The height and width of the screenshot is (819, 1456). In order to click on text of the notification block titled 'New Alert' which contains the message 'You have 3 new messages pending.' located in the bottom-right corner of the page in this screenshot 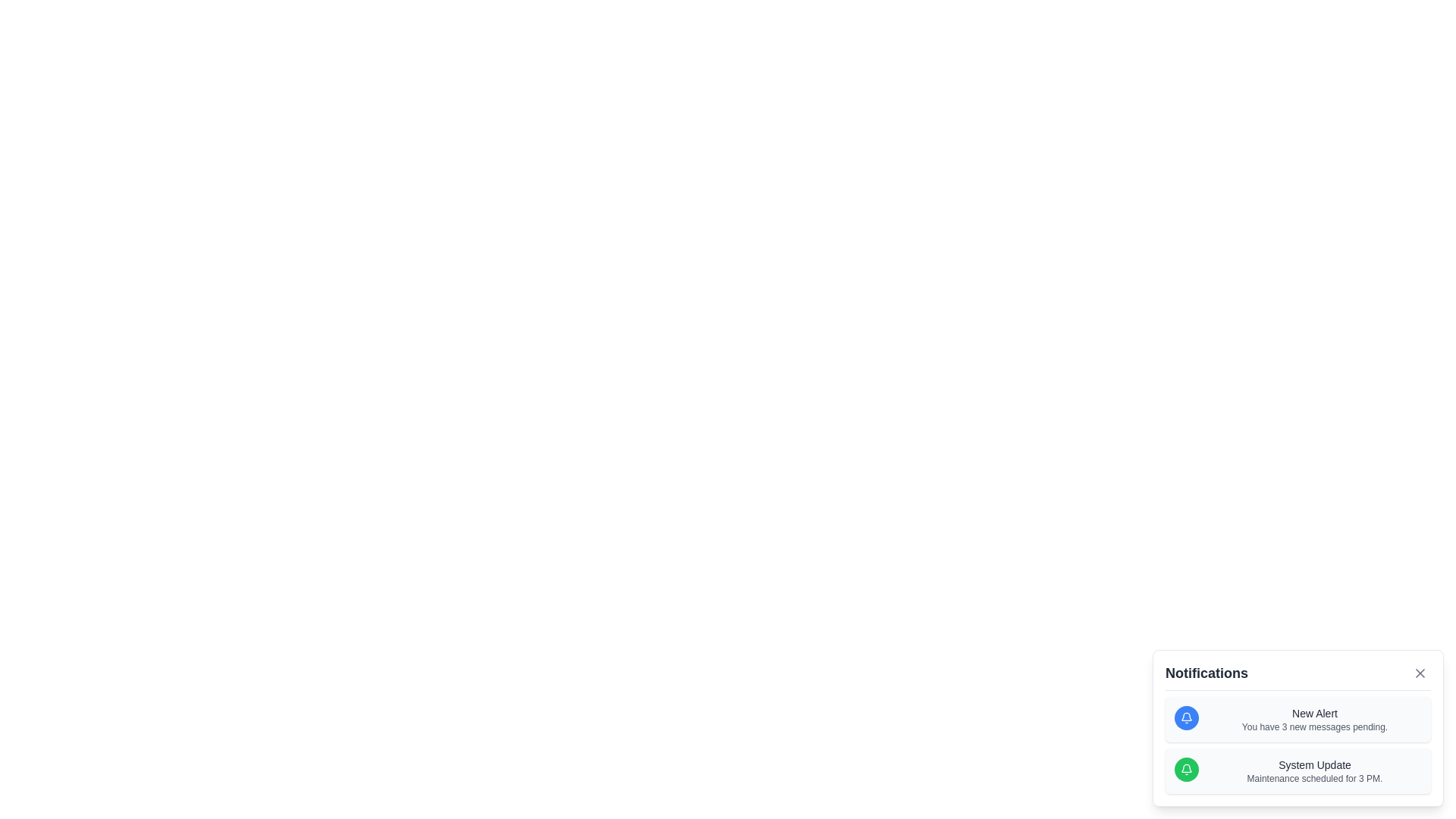, I will do `click(1313, 718)`.